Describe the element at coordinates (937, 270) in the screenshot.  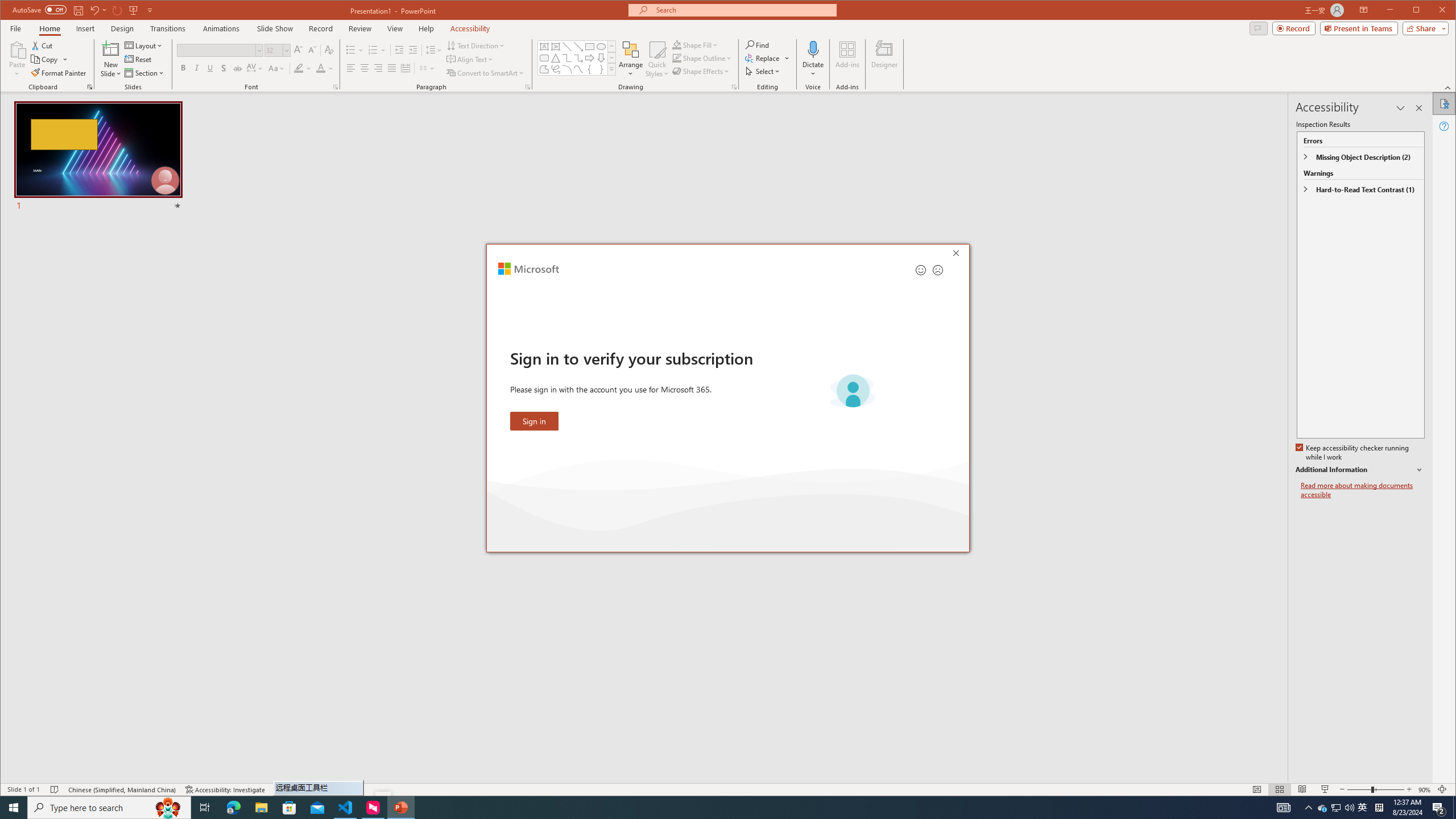
I see `'Send a frown for feedback'` at that location.